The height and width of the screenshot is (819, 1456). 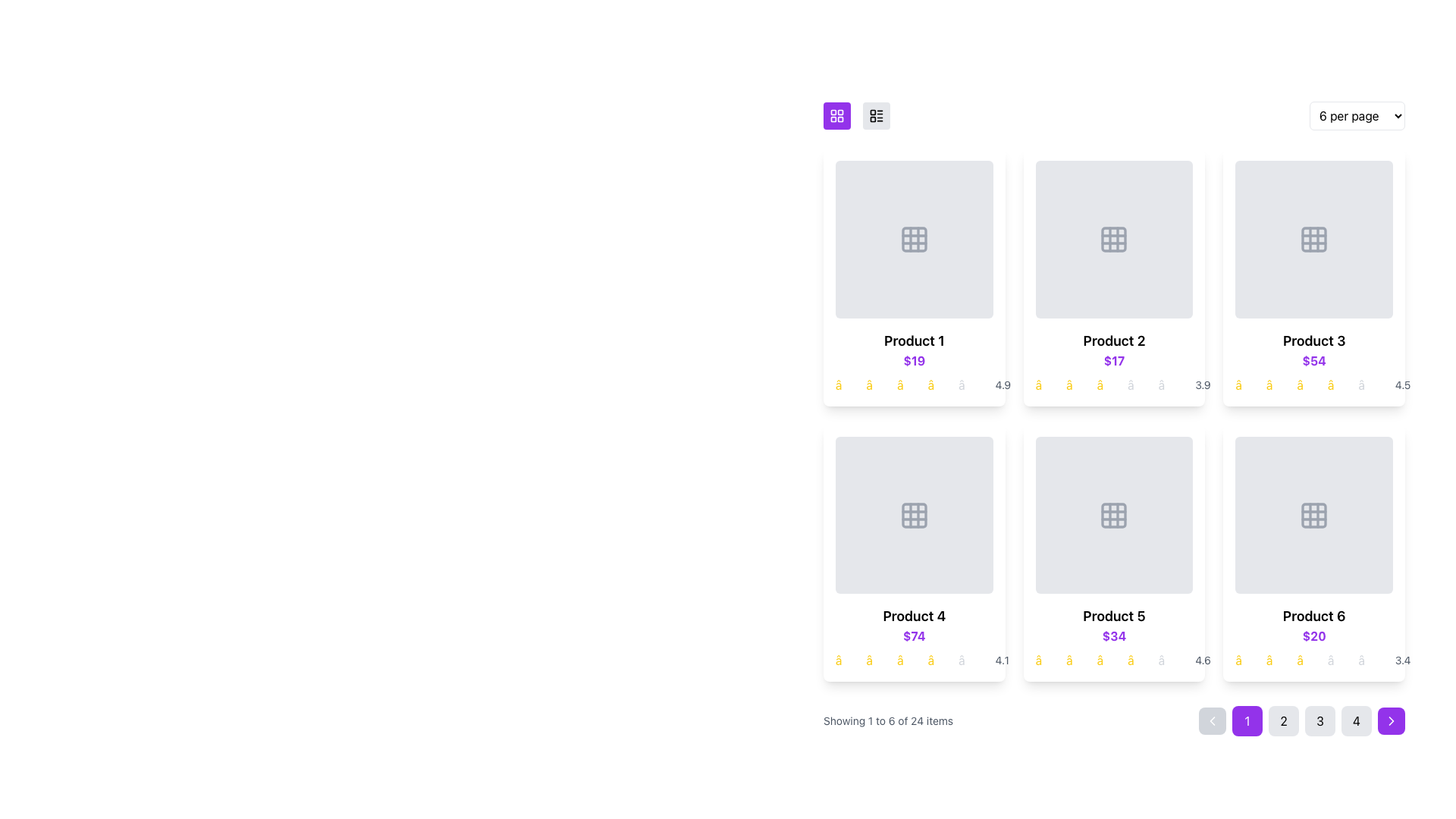 What do you see at coordinates (856, 115) in the screenshot?
I see `the right toggle button in the view selection group, which is represented by a list design with three horizontal lines and three small squares` at bounding box center [856, 115].